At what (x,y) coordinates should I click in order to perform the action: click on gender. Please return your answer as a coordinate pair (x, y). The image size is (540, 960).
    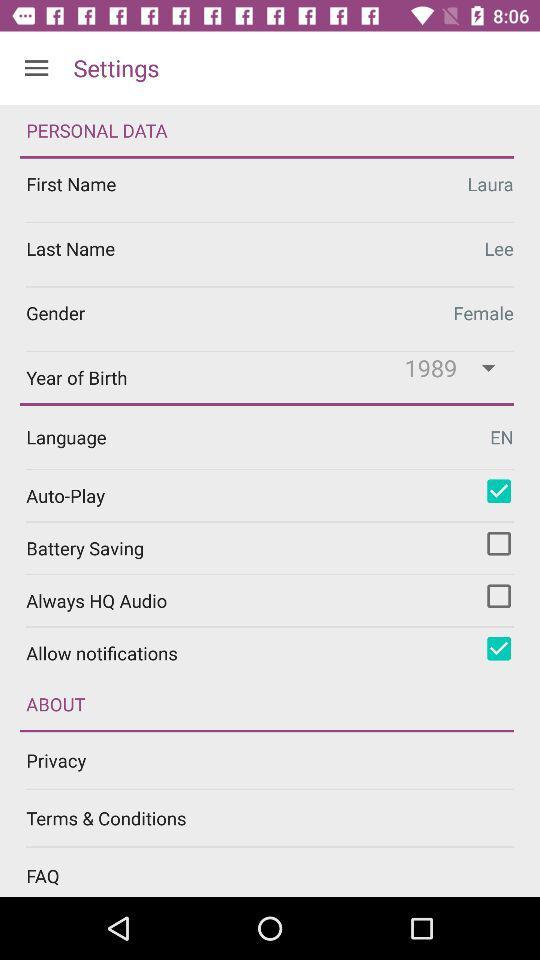
    Looking at the image, I should click on (270, 319).